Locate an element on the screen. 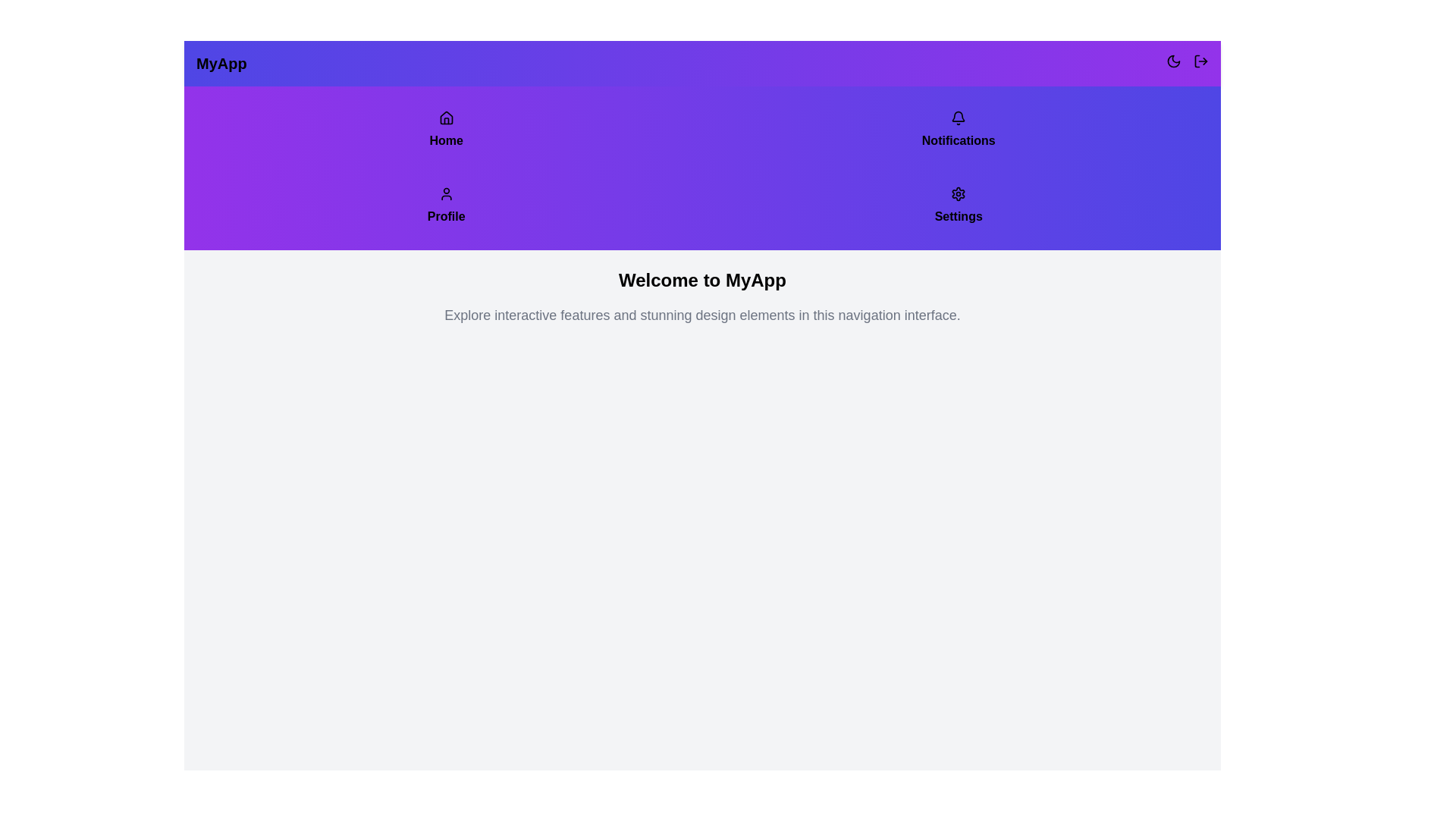  the logout button to log out of the application is located at coordinates (1200, 60).